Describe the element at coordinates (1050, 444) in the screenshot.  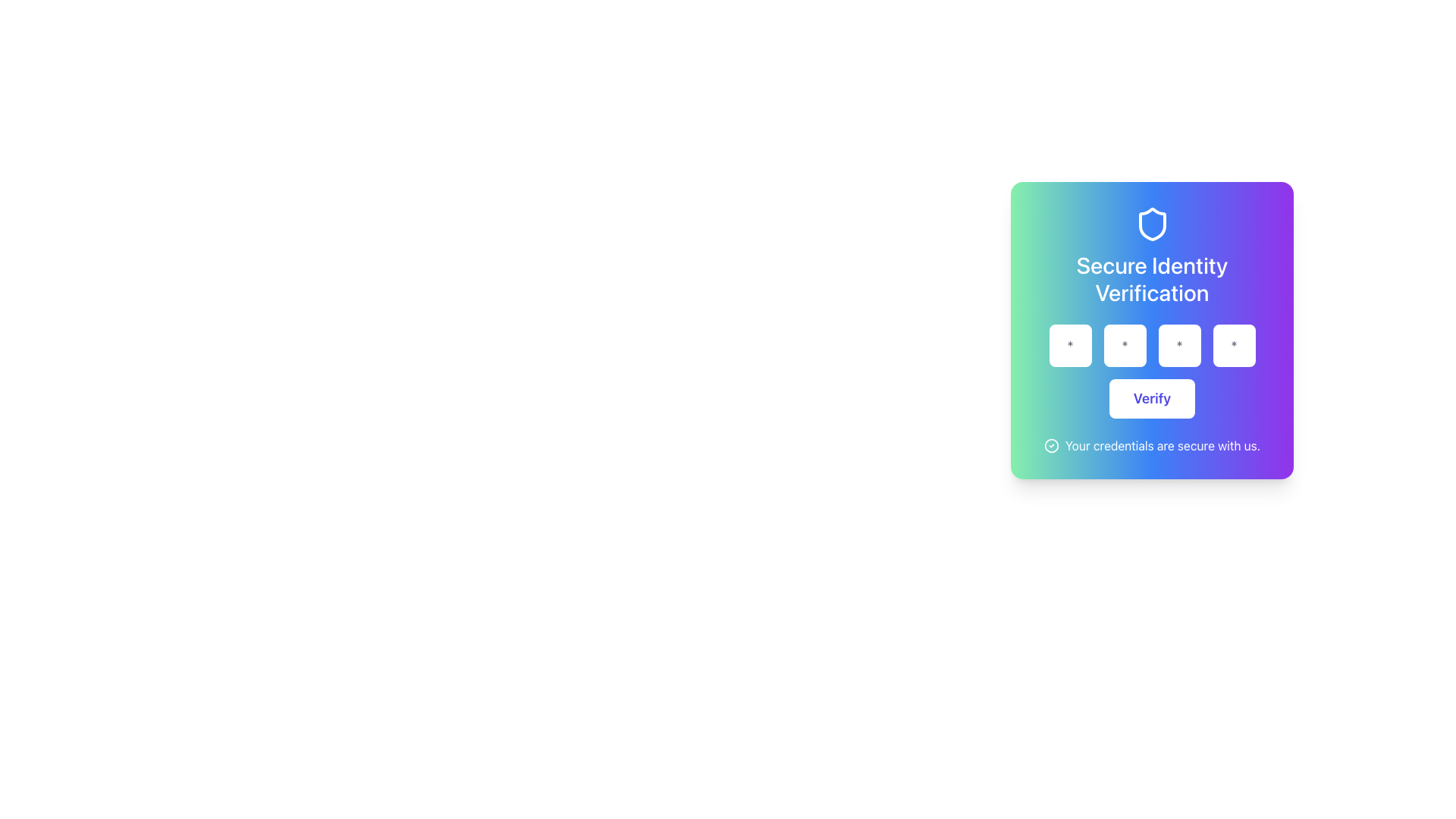
I see `the circle in the checkmark icon, which indicates successful completion, located in the bottom-left corner of the panel that contains the text 'Your credentials are secure with us.'` at that location.